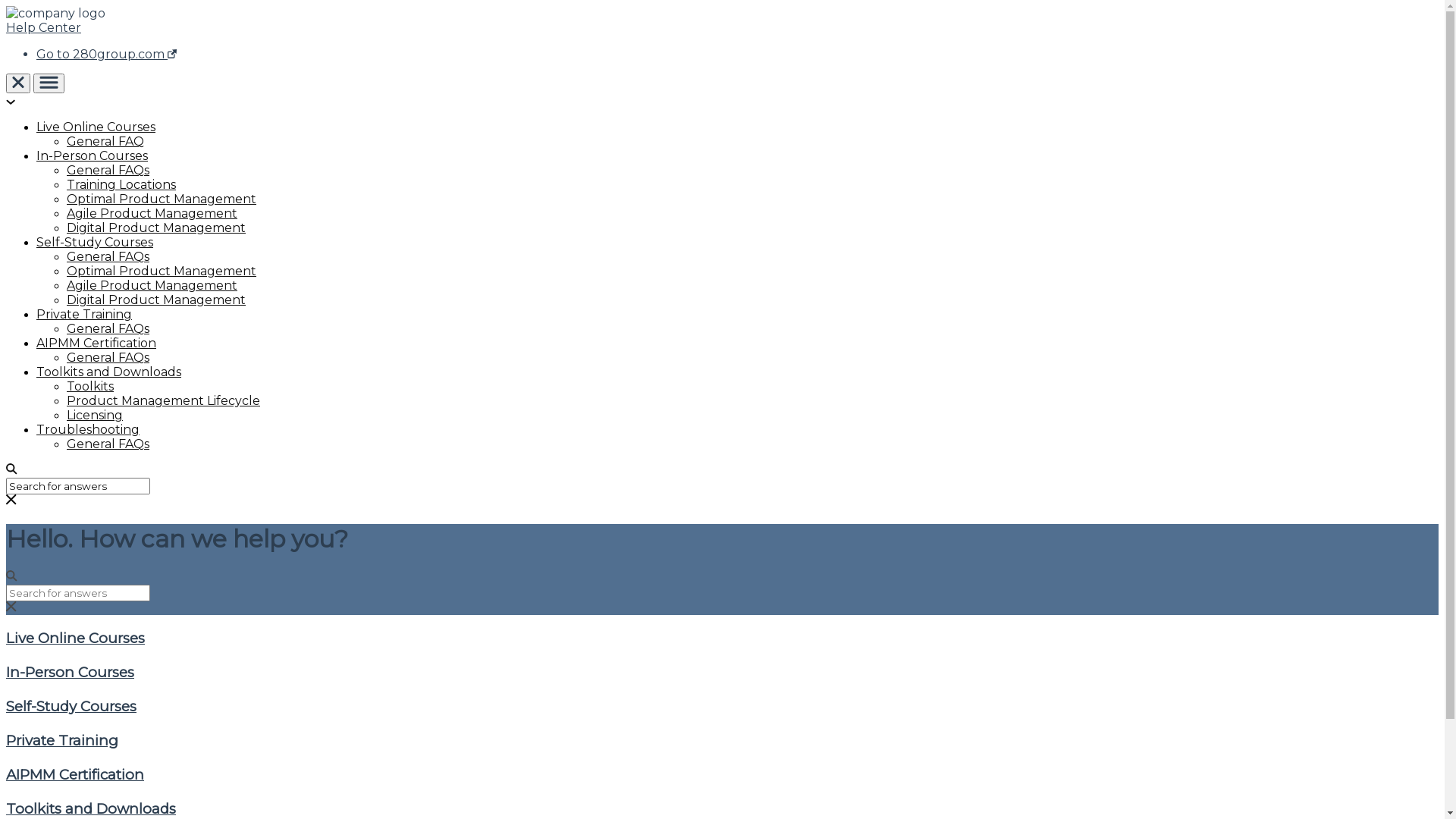  I want to click on 'Private Training', so click(6, 739).